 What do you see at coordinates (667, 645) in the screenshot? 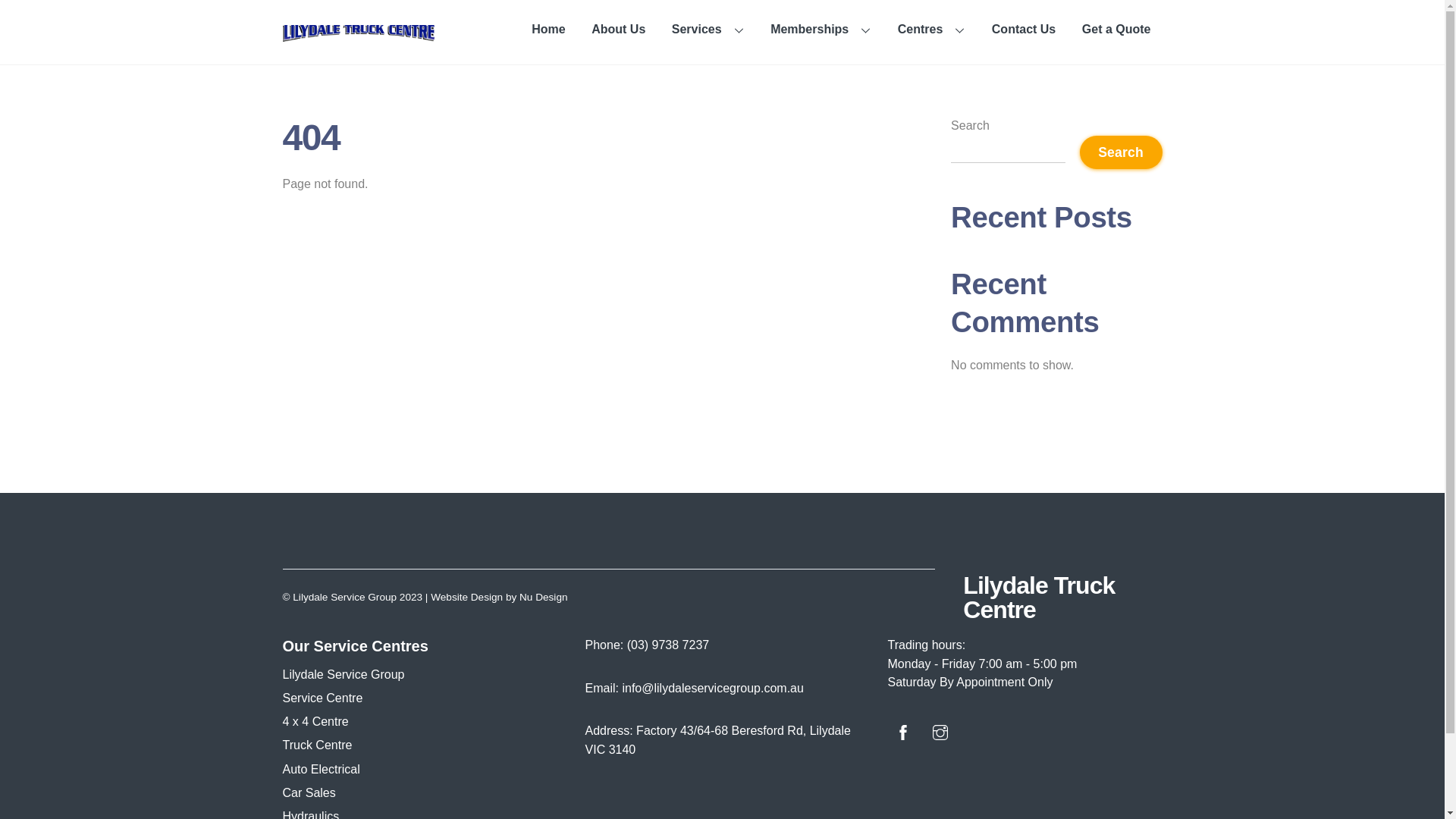
I see `'(03) 9738 7237'` at bounding box center [667, 645].